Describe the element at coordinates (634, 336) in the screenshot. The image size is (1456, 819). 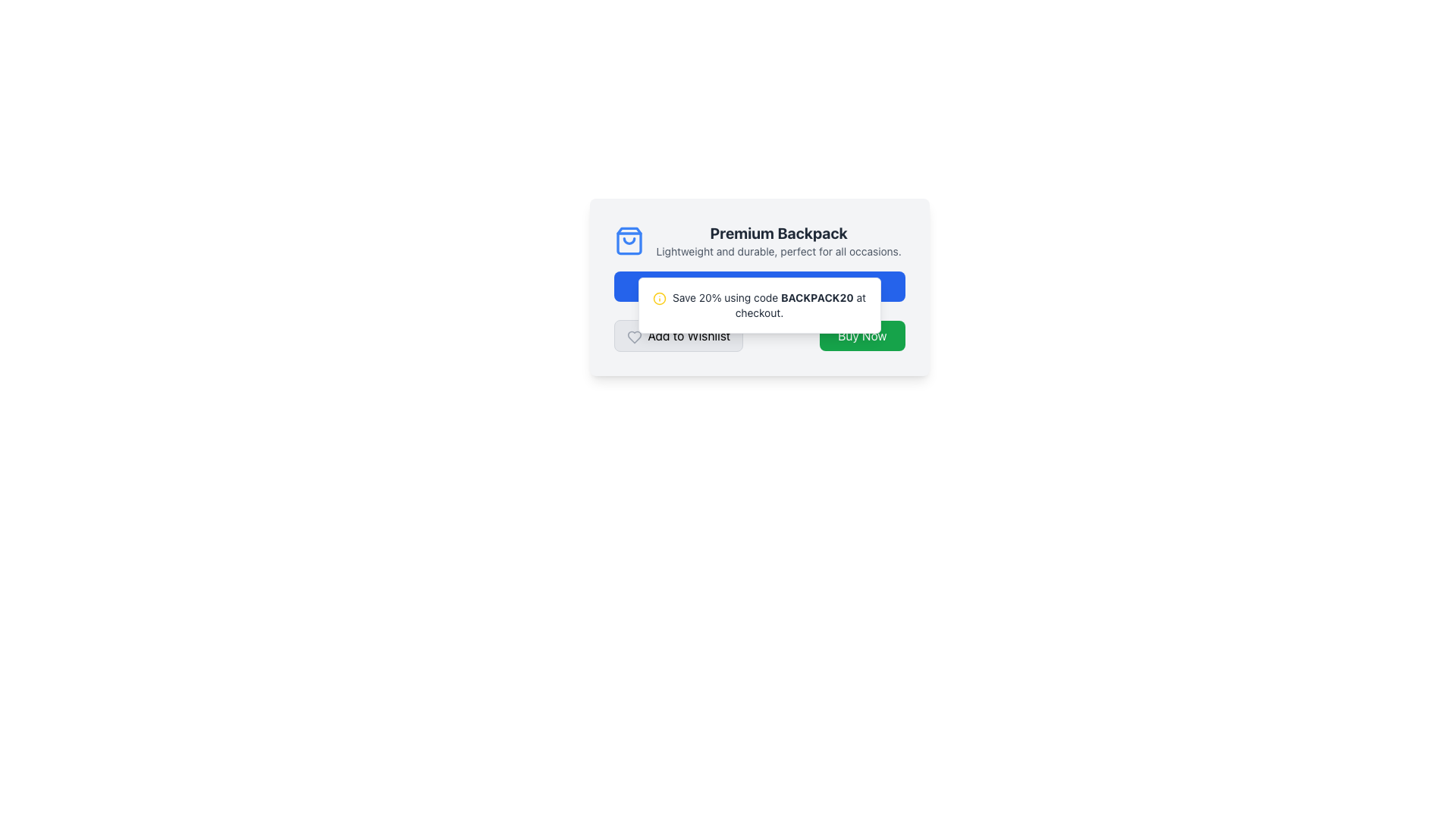
I see `the graphical representation of the heart-shaped icon that indicates a favorite or love status, located to the left of the 'Add to Wishlist' button beneath the promotional discount information for the 'Premium Backpack' item` at that location.